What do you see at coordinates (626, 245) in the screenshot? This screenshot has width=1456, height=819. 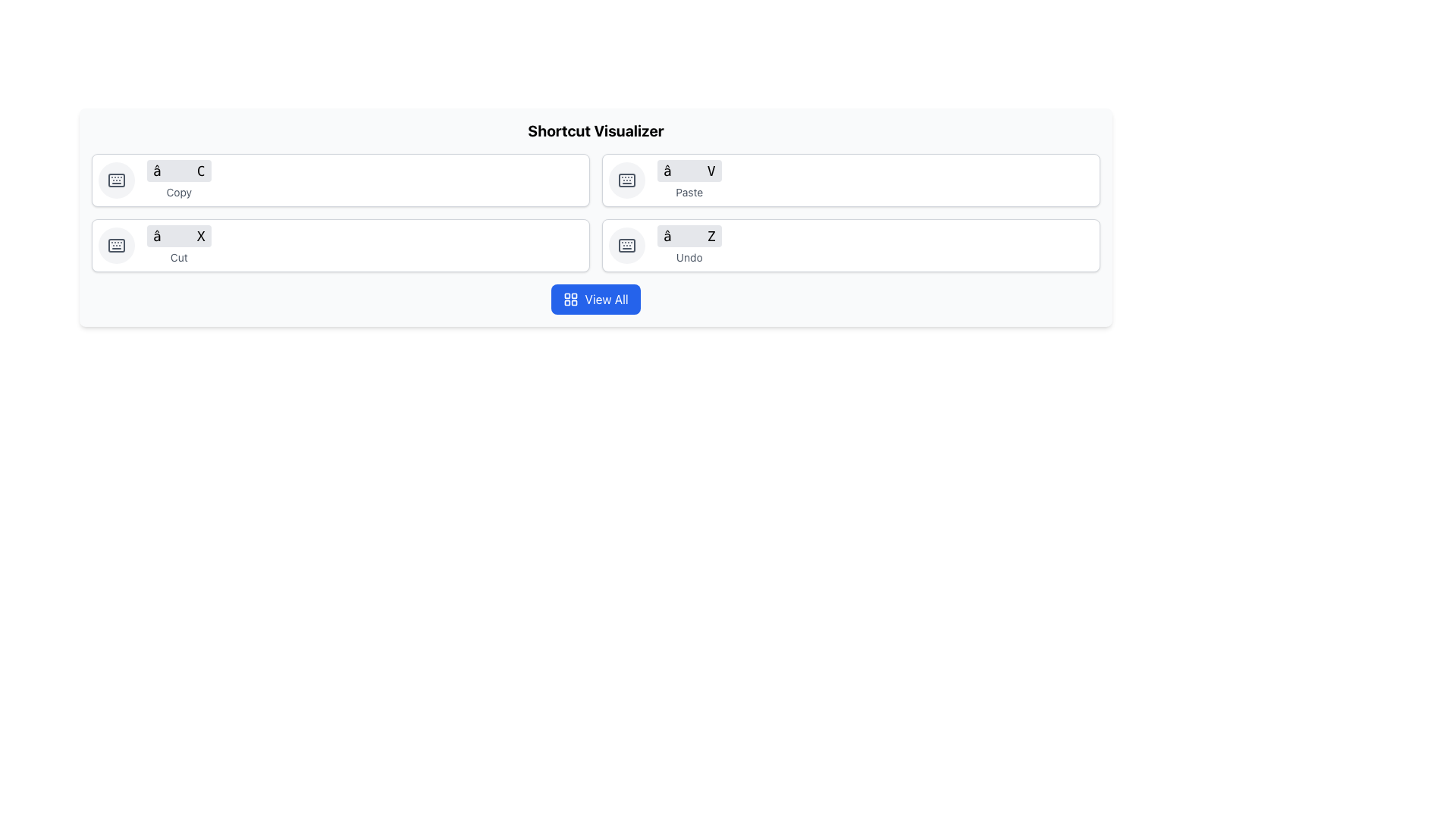 I see `the circular gray Icon button with a keyboard icon in the center` at bounding box center [626, 245].